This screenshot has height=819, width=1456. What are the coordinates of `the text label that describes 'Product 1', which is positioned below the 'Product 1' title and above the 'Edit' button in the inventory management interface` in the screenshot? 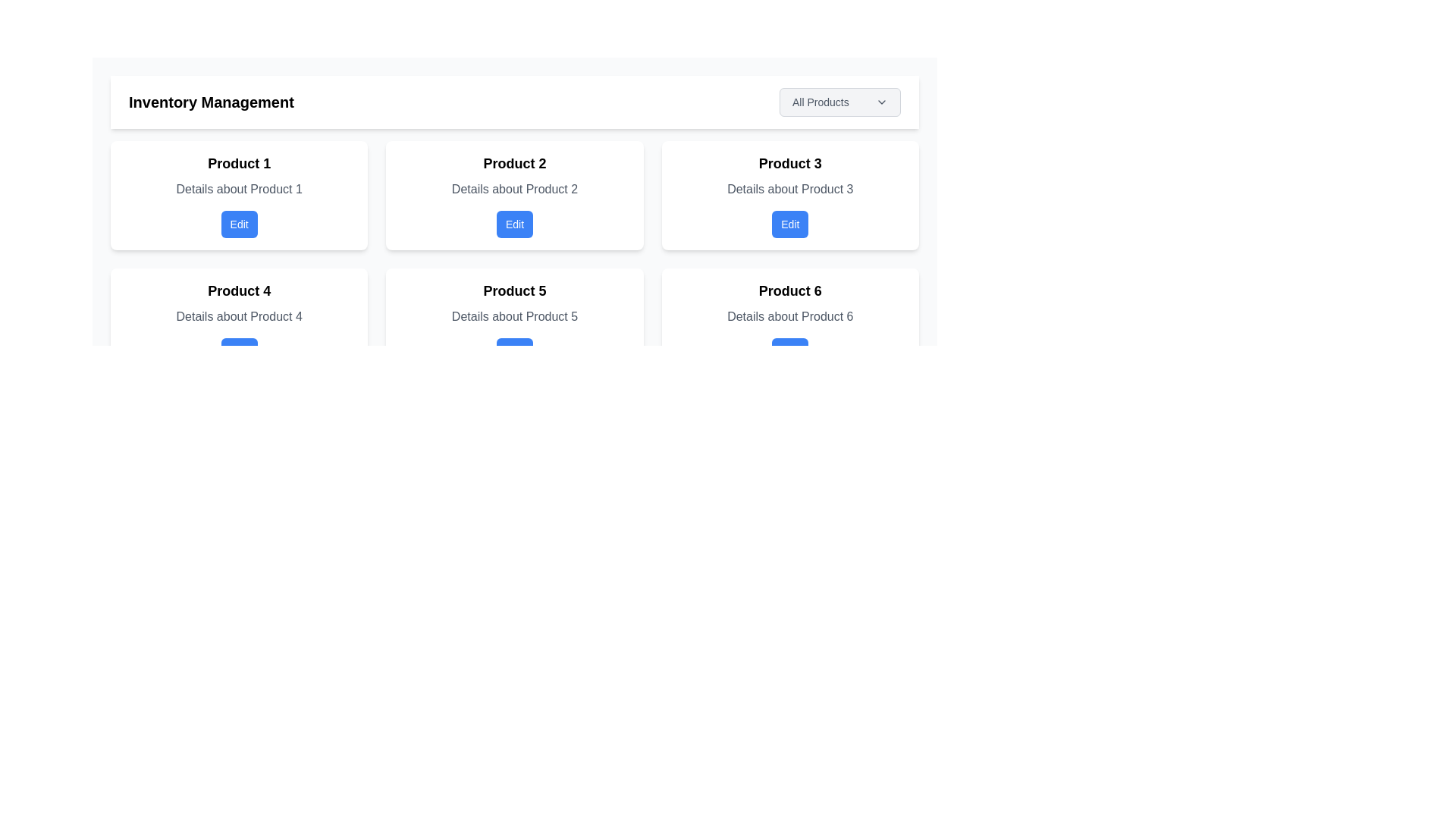 It's located at (238, 189).